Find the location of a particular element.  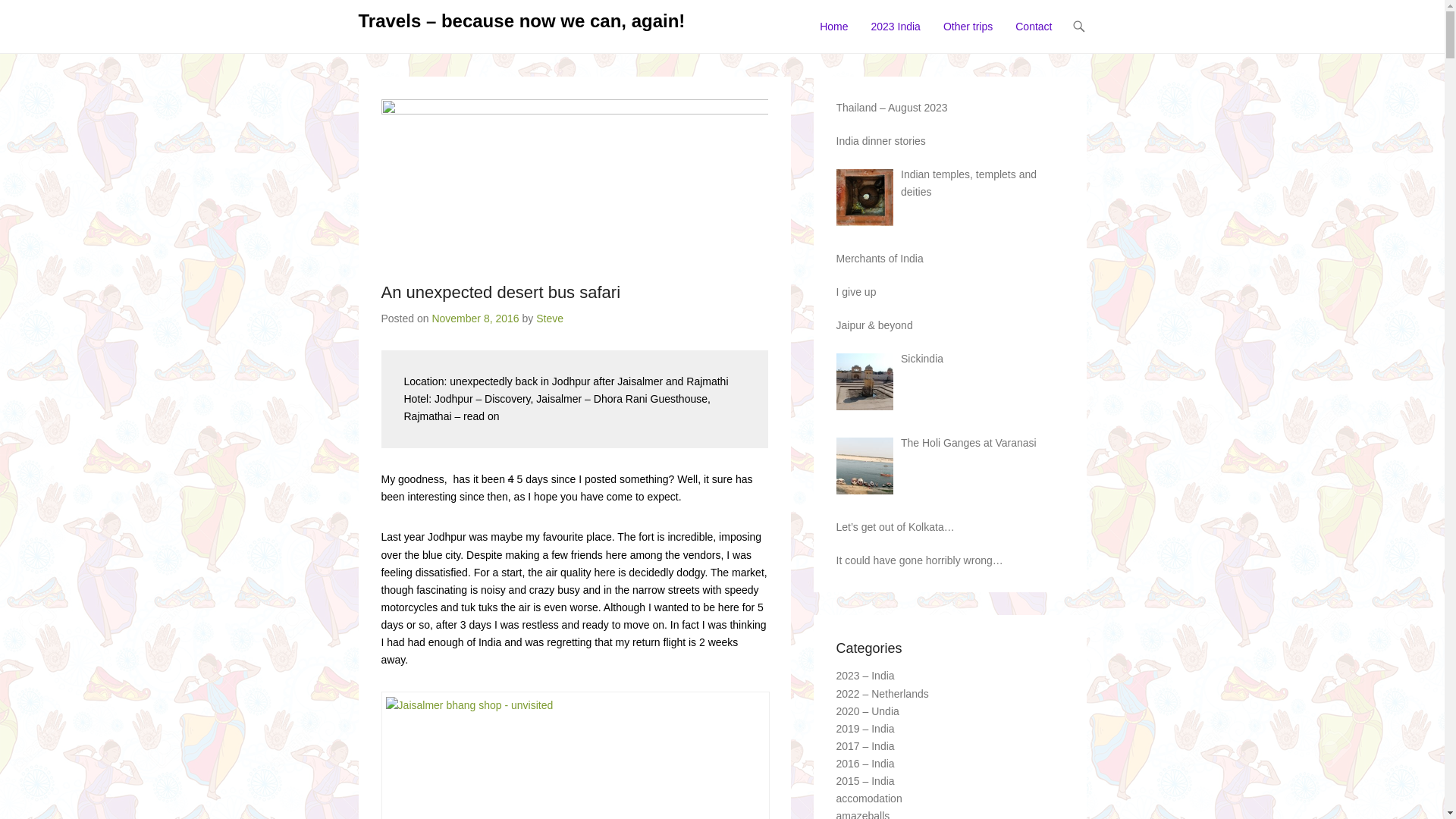

'November 8, 2016' is located at coordinates (431, 318).